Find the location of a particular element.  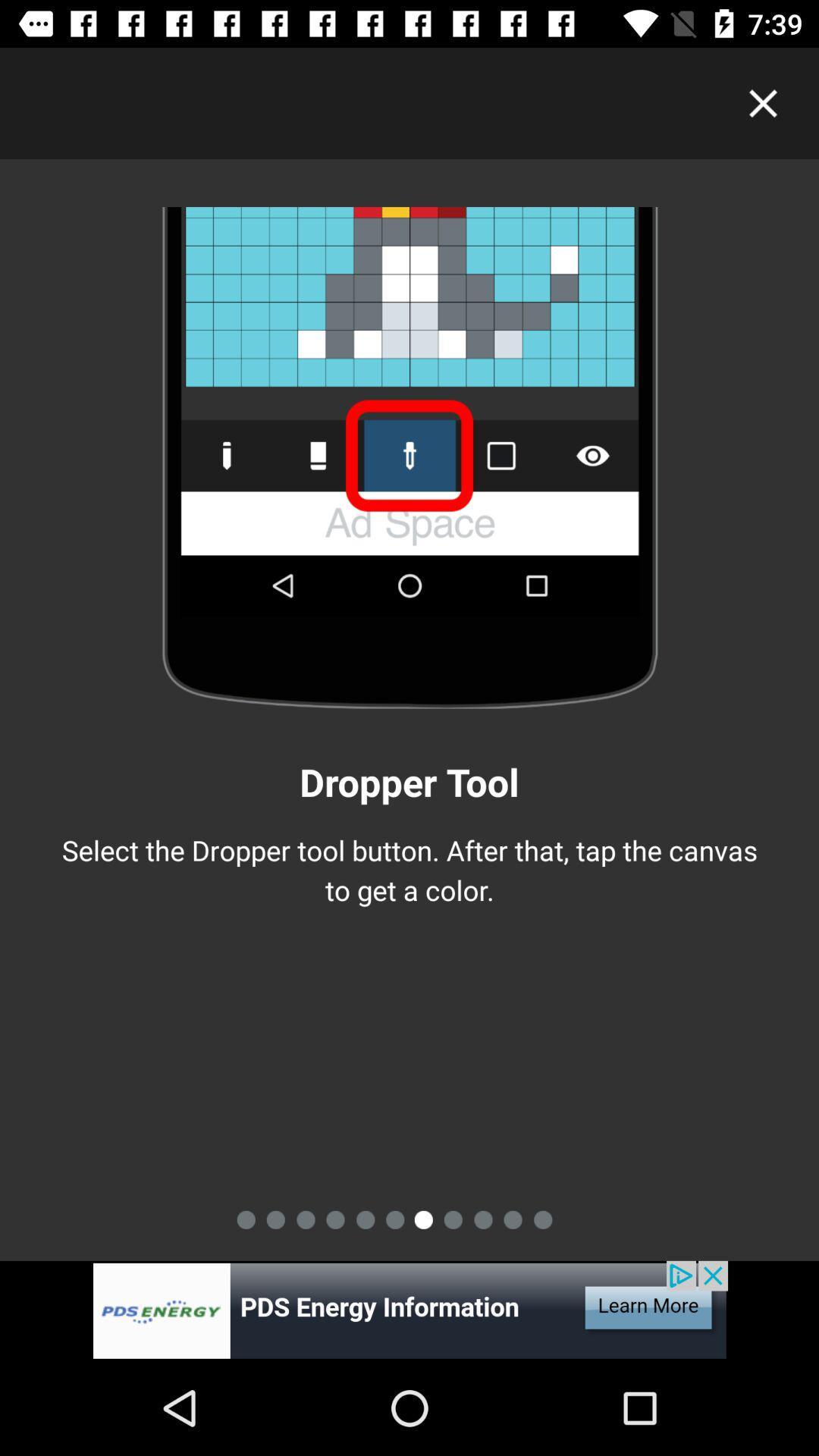

the dropper tool is located at coordinates (409, 1310).